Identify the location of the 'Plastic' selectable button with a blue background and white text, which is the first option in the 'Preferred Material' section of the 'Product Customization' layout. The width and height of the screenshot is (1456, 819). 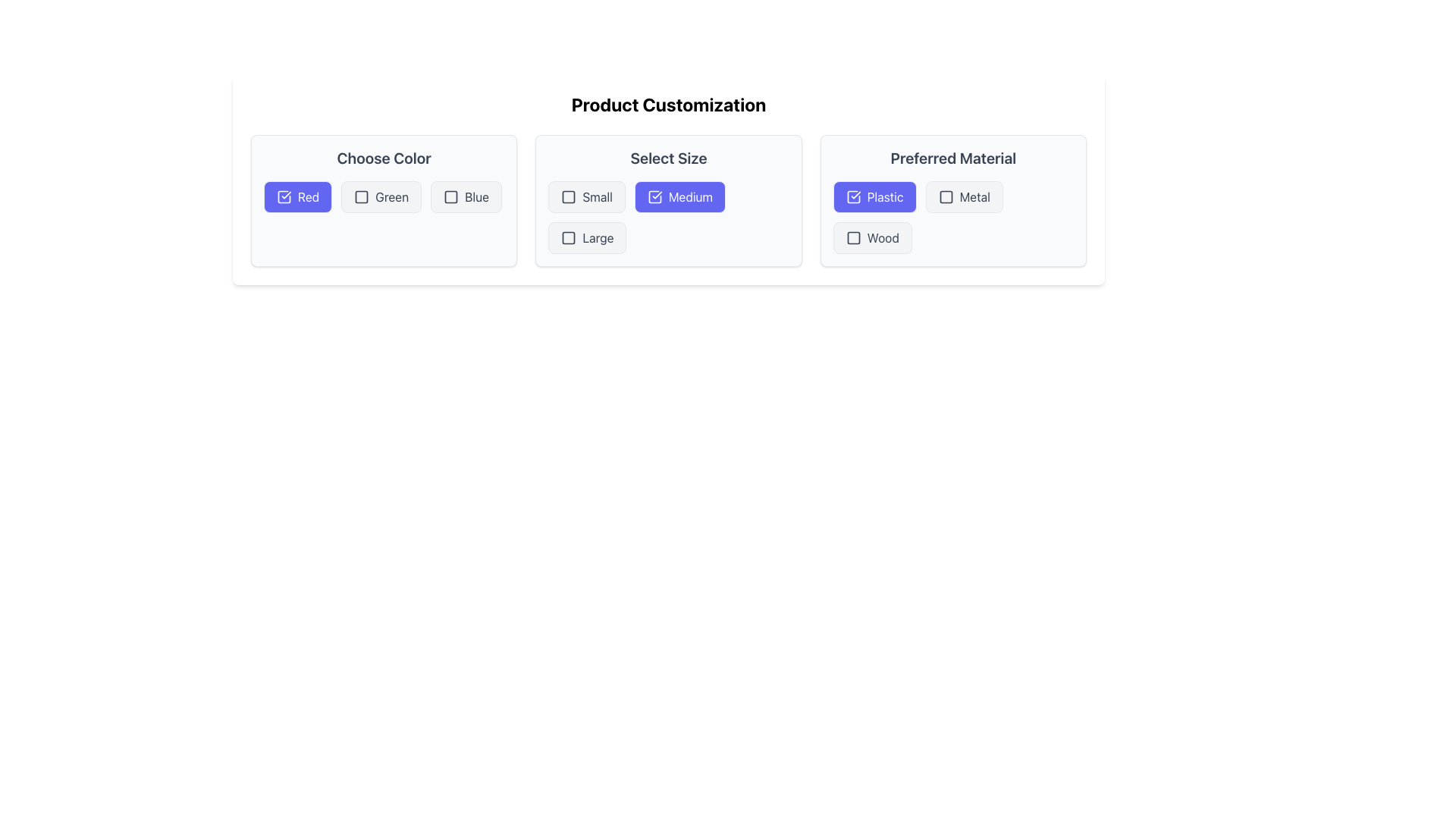
(874, 196).